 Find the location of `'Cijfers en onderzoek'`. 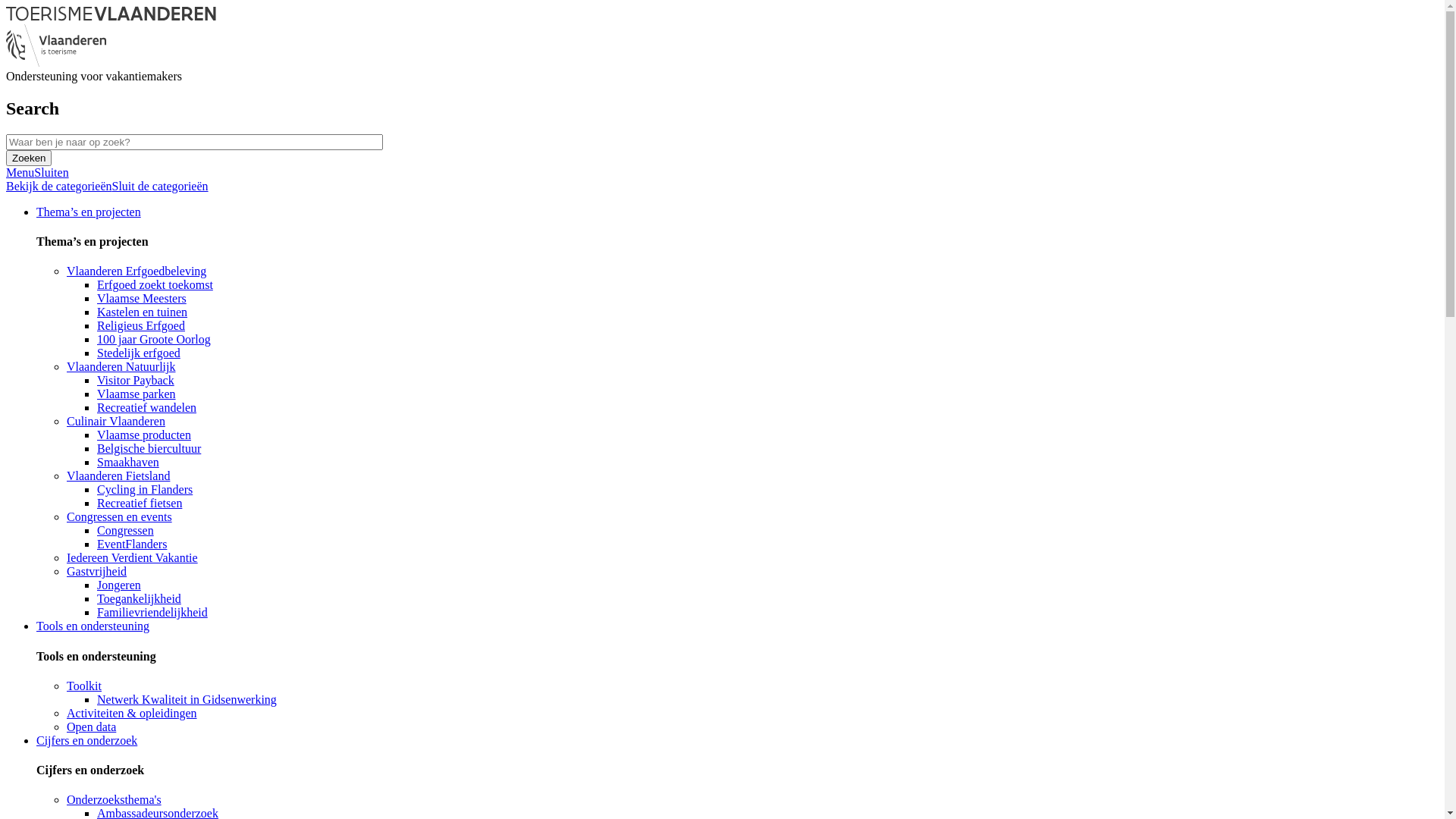

'Cijfers en onderzoek' is located at coordinates (36, 739).